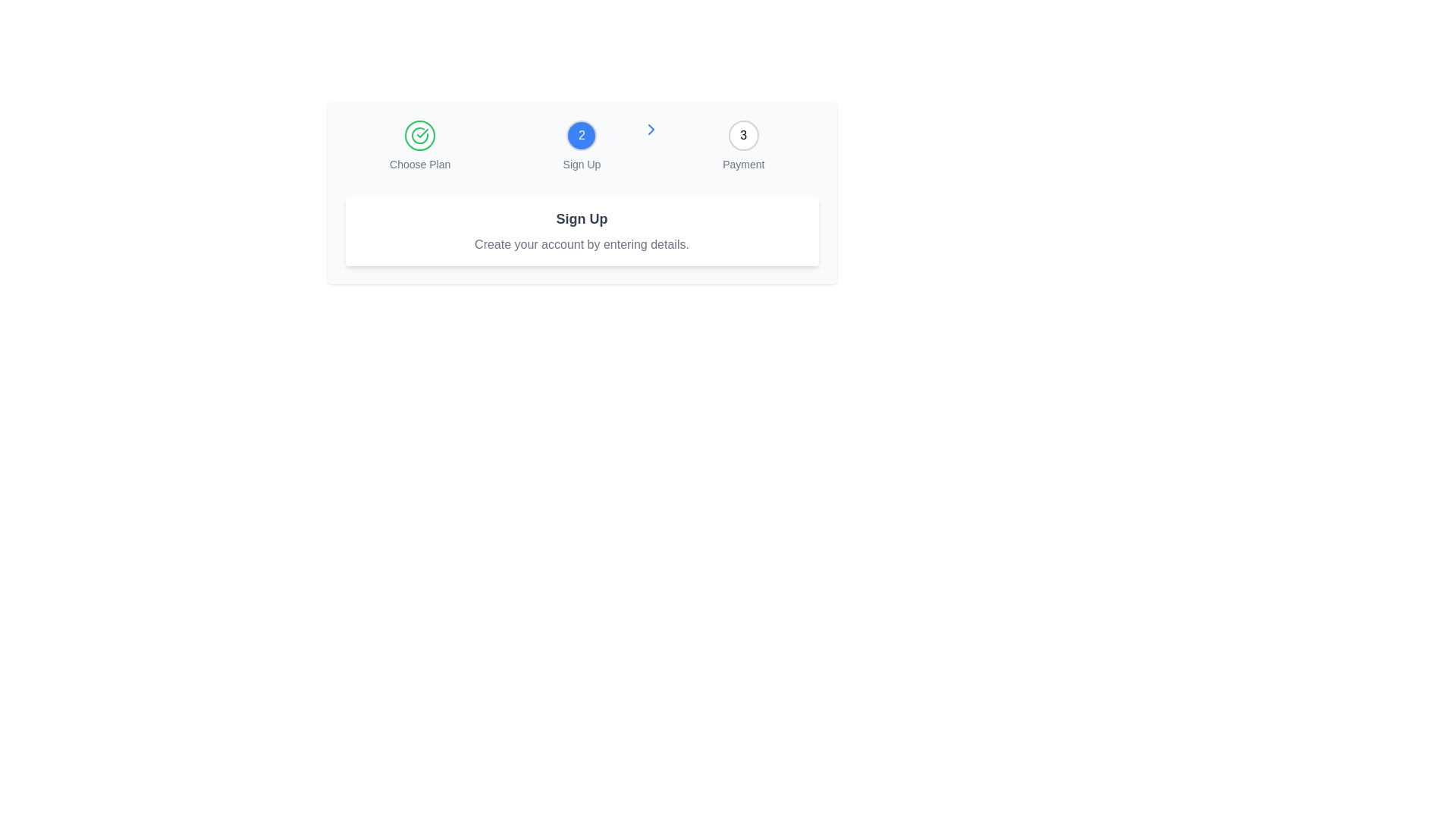 The image size is (1456, 819). I want to click on the 'Payment' step indicator in the multi-step navigation bar, which is the third step labeled 'Payment', so click(743, 134).